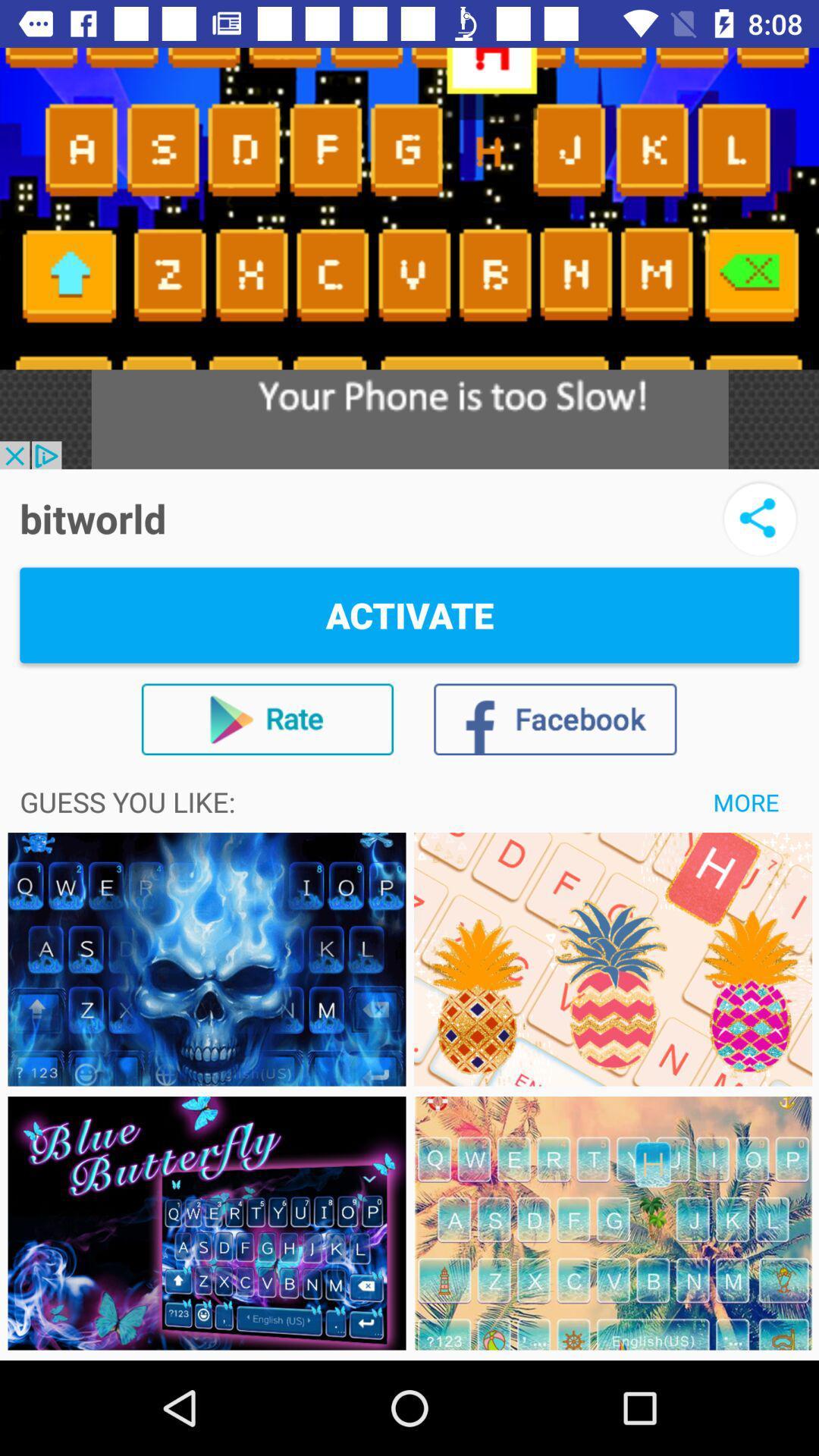 The height and width of the screenshot is (1456, 819). What do you see at coordinates (760, 518) in the screenshot?
I see `the share icon` at bounding box center [760, 518].